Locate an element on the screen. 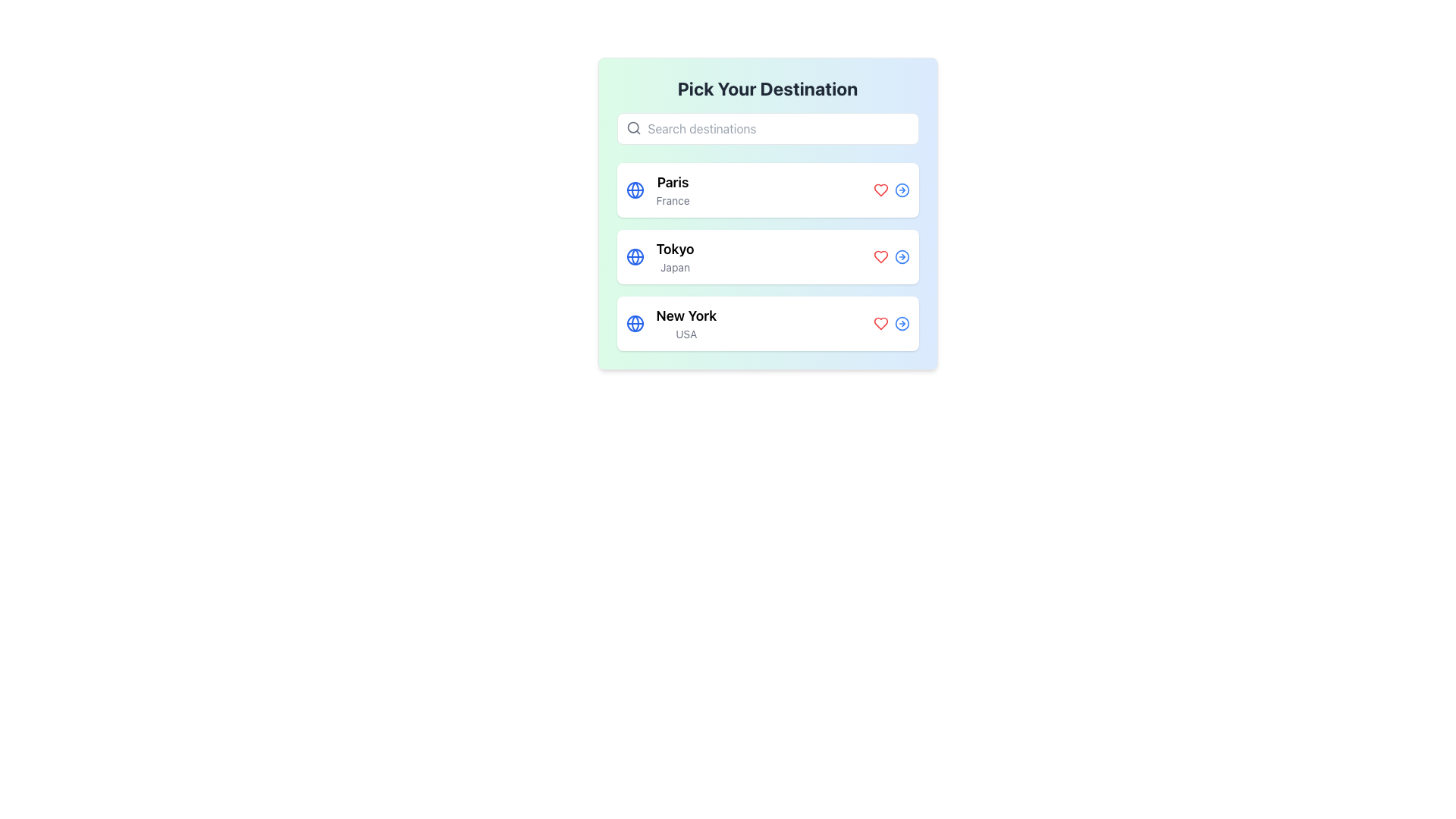 This screenshot has height=819, width=1456. the Text Label that displays the country of the selected city 'Paris', which is located directly below the city name in a vertically arranged list of destinations is located at coordinates (672, 200).